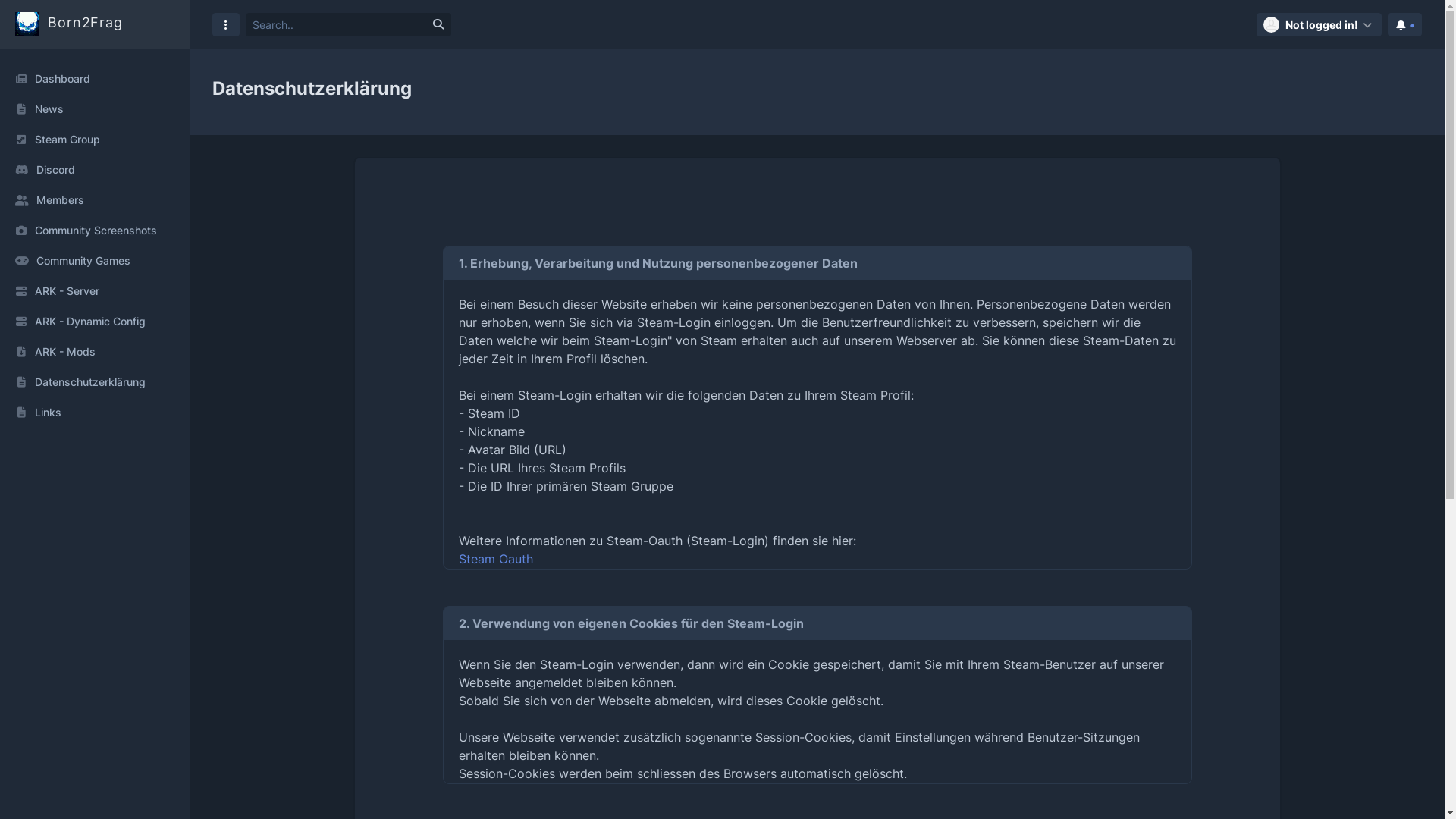  Describe the element at coordinates (93, 199) in the screenshot. I see `'Members'` at that location.